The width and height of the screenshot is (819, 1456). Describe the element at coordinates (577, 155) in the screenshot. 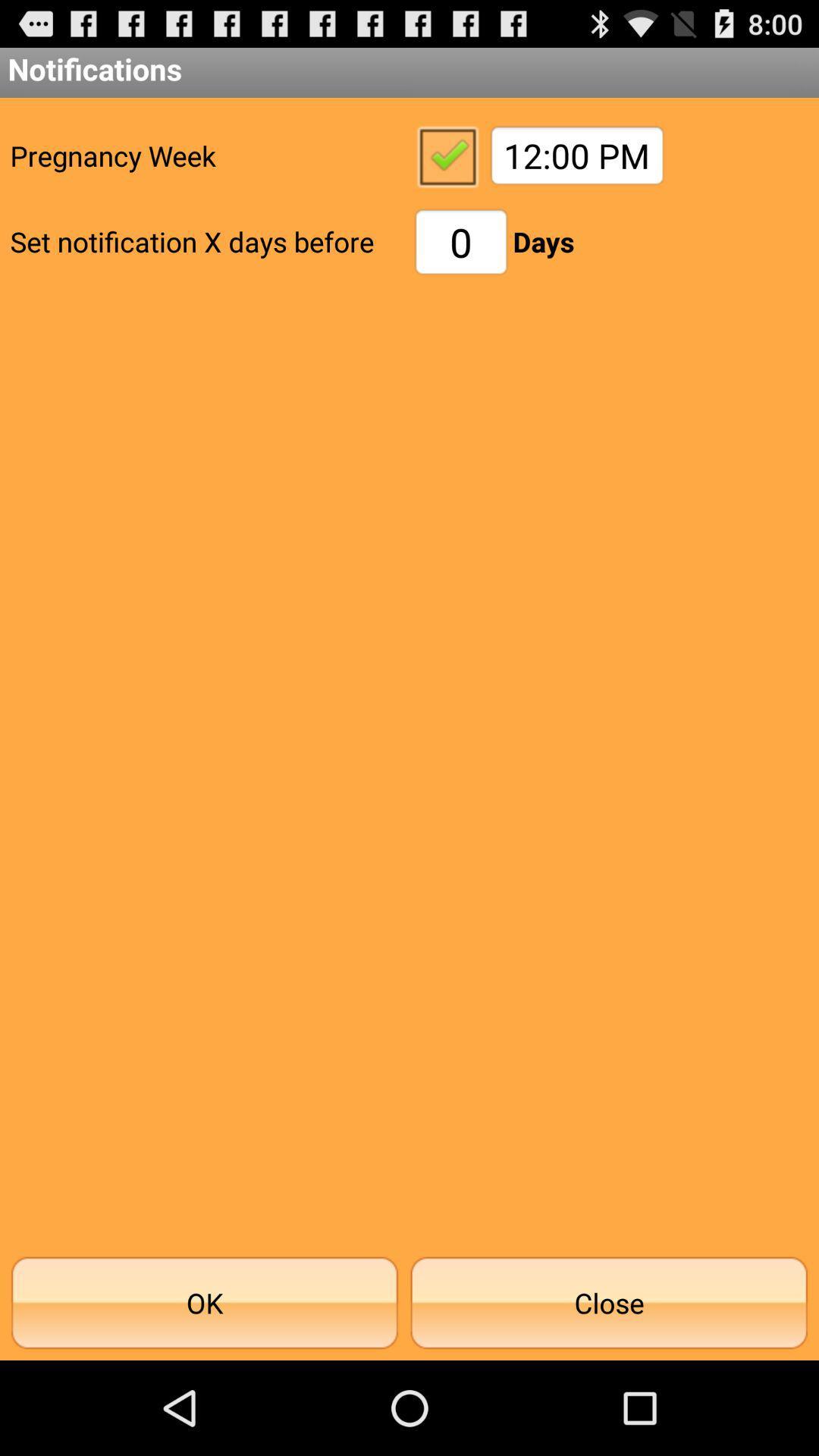

I see `12:00 pm app` at that location.